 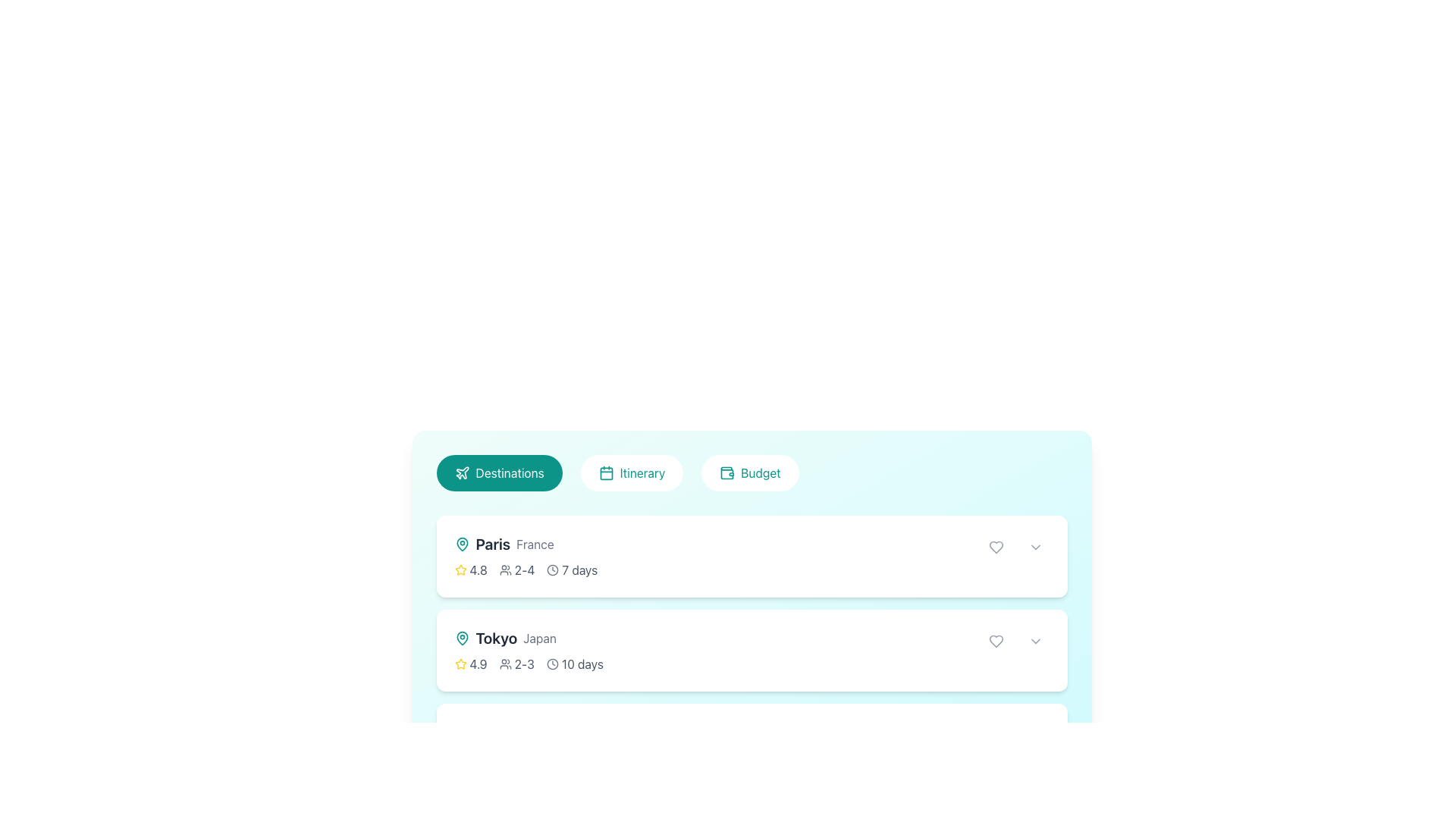 I want to click on the text label displaying '4.9', which is located to the right of the yellow star icon, indicating a rating or score, so click(x=478, y=663).